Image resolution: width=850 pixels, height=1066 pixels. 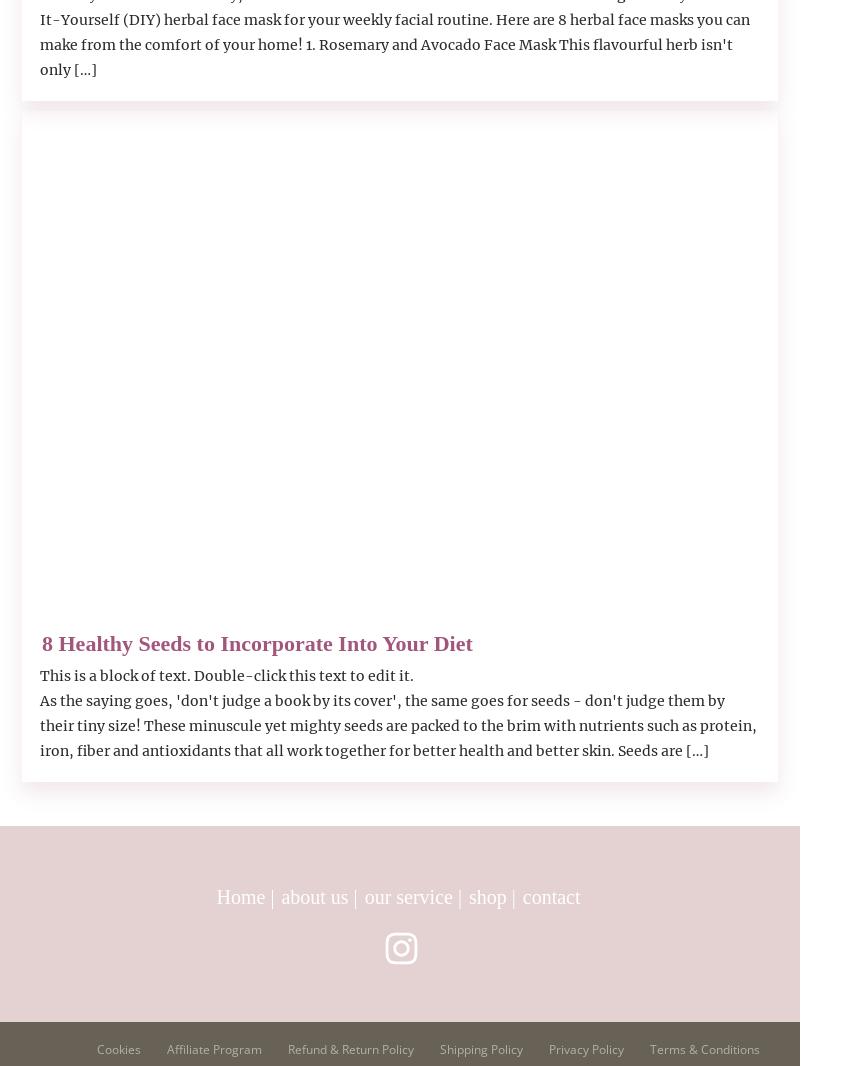 I want to click on 'our service', so click(x=362, y=897).